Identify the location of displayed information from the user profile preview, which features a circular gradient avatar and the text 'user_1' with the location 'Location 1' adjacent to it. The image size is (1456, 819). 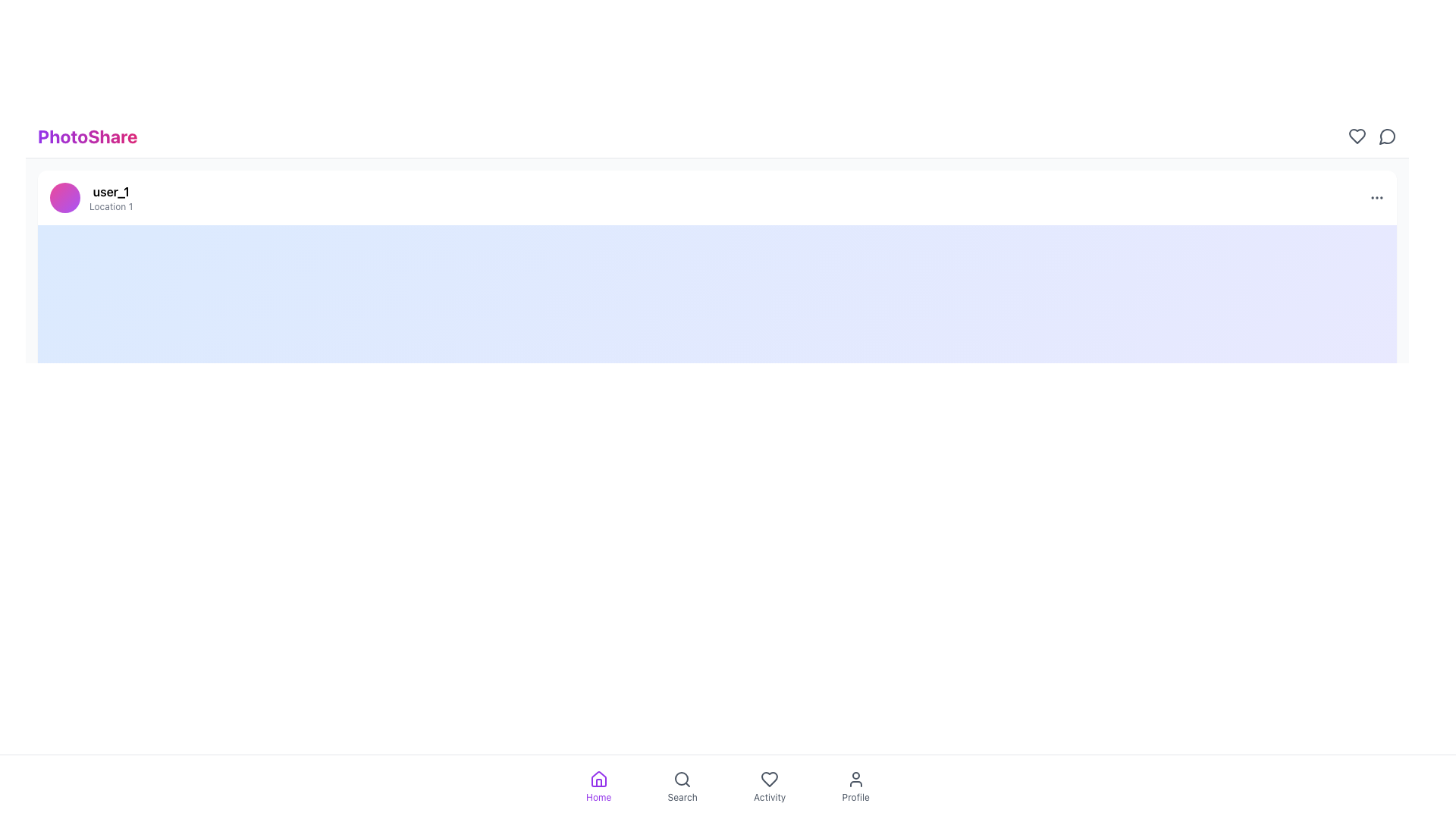
(90, 197).